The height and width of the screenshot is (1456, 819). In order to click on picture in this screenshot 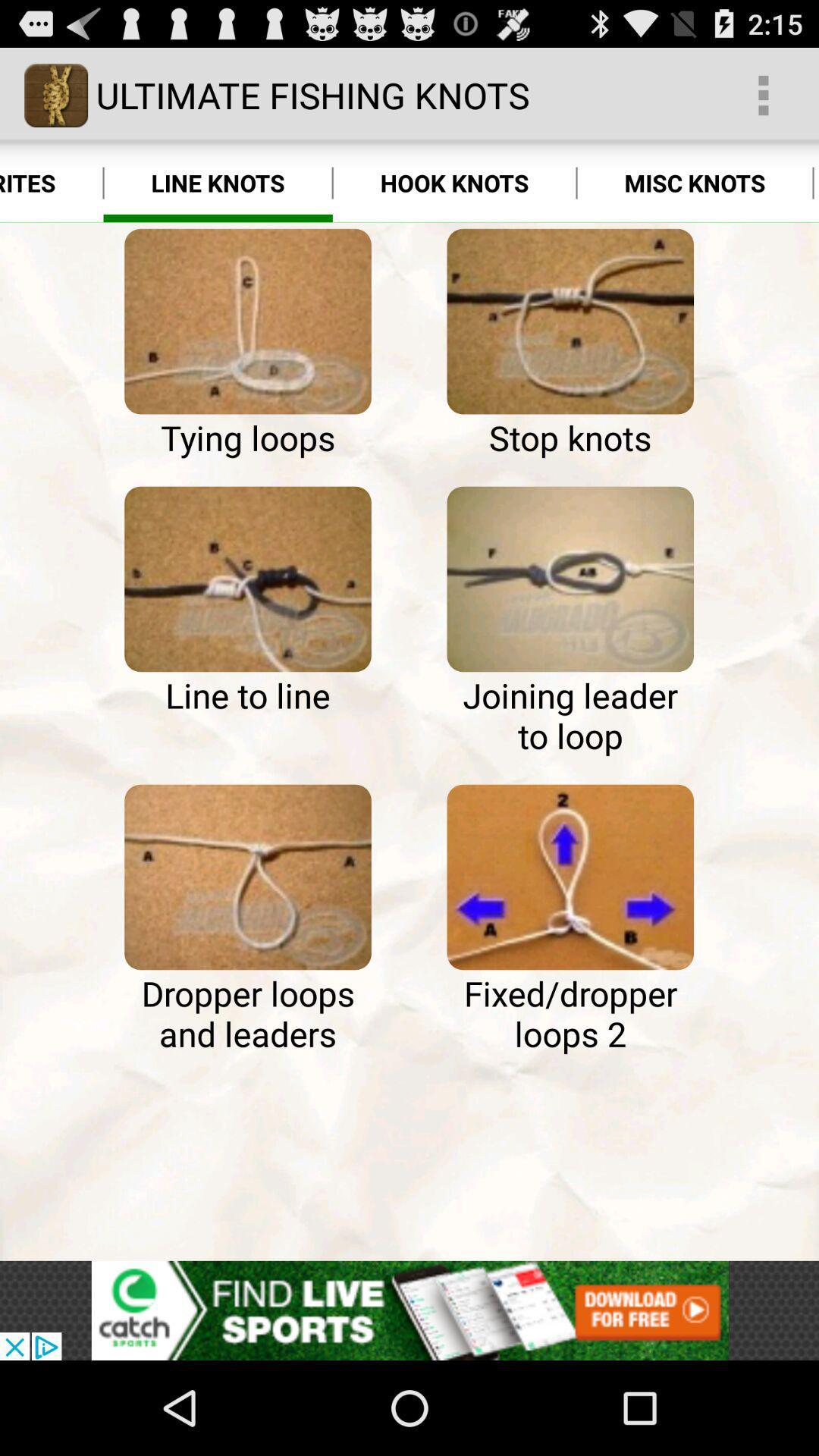, I will do `click(247, 578)`.